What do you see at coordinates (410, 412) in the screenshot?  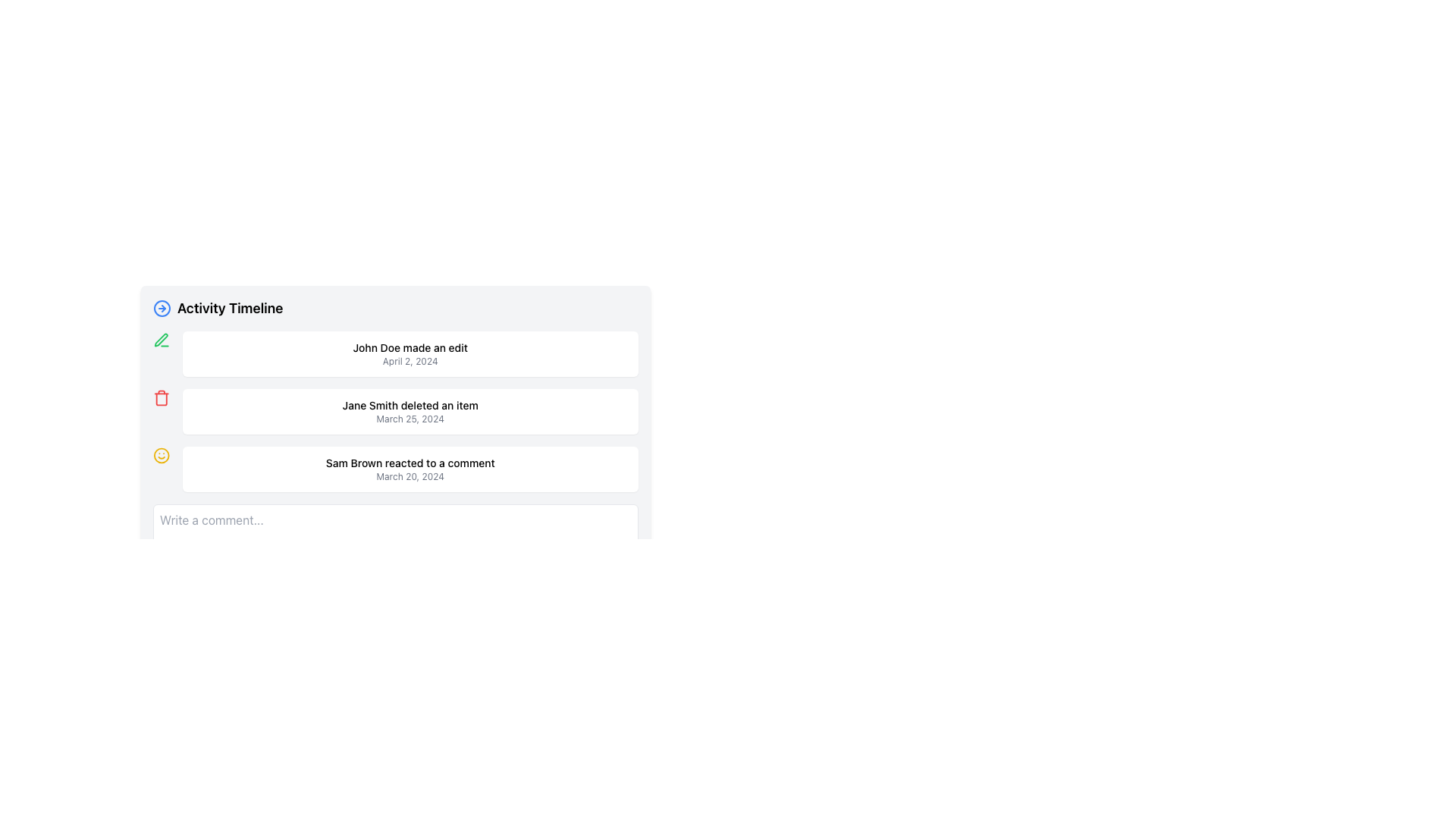 I see `the notification entry that states 'Jane Smith deleted an item' and the date 'March 25, 2024', which is styled with a white background and rounded corners, located in the vertical timeline of notifications` at bounding box center [410, 412].